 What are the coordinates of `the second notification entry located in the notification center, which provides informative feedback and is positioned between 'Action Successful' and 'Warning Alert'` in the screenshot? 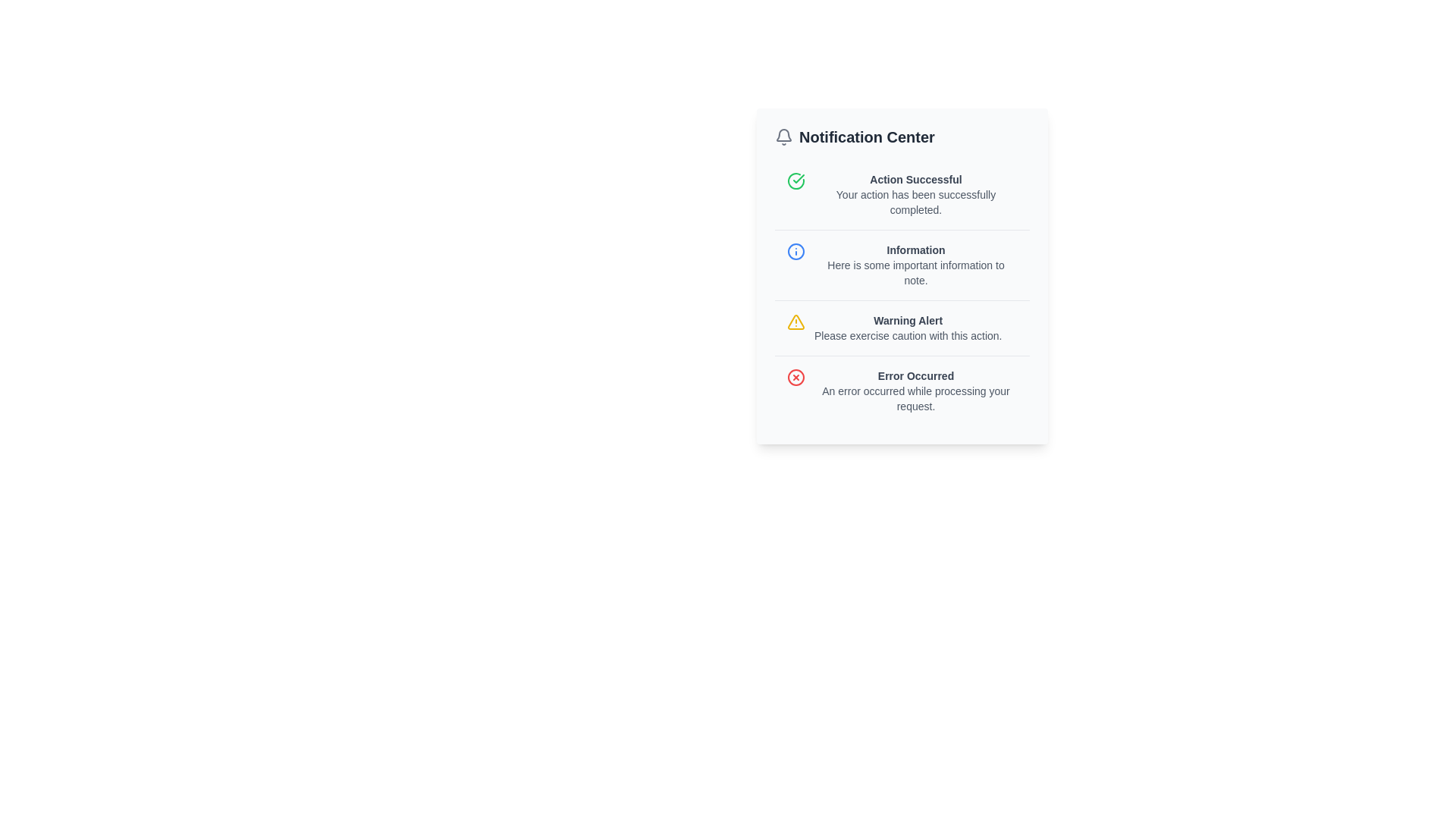 It's located at (902, 292).